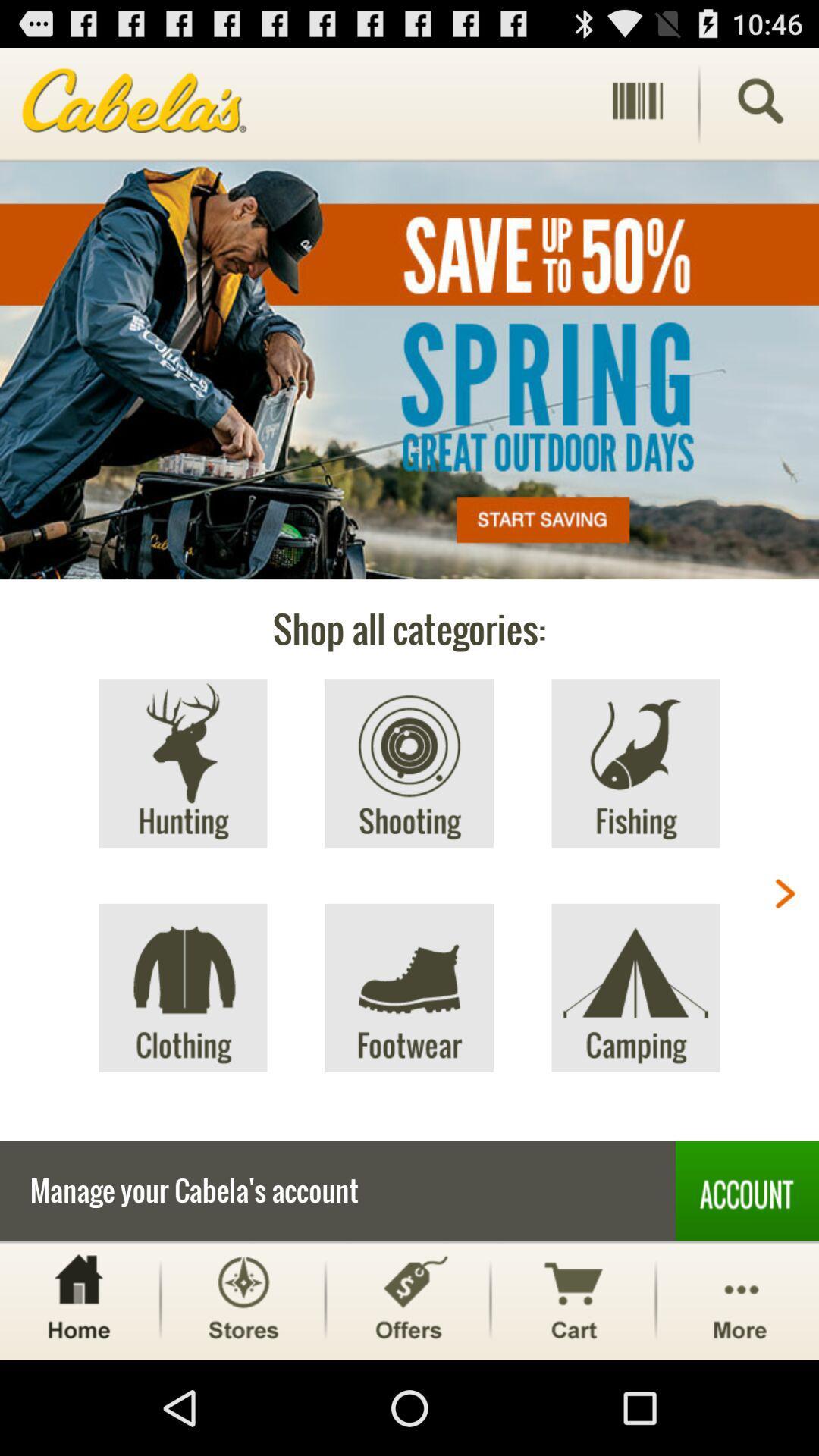 The width and height of the screenshot is (819, 1456). Describe the element at coordinates (739, 1392) in the screenshot. I see `the more icon` at that location.